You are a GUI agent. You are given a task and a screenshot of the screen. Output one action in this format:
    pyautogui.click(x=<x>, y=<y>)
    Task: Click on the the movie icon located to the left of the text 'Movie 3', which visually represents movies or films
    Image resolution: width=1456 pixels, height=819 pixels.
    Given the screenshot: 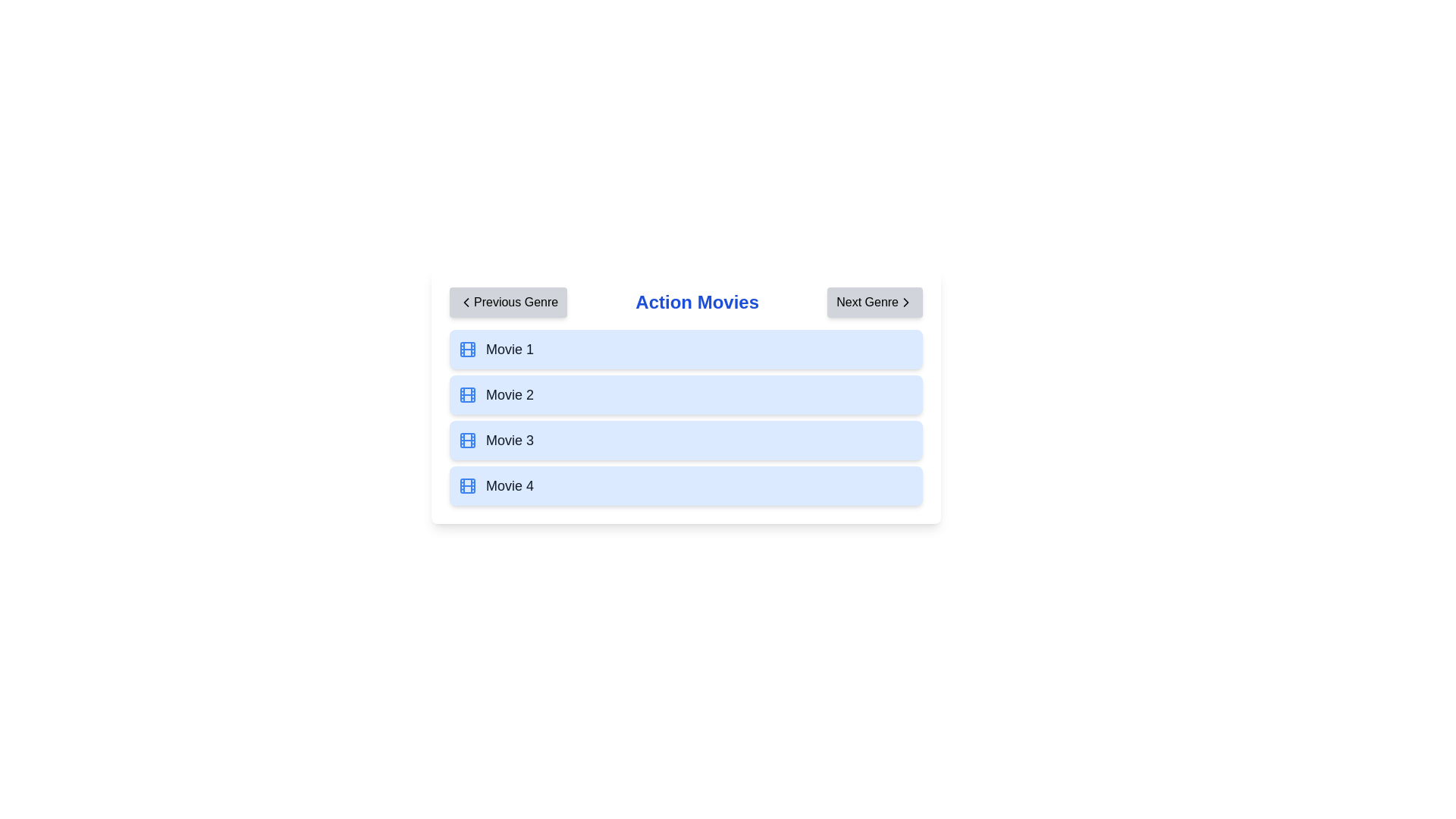 What is the action you would take?
    pyautogui.click(x=467, y=441)
    